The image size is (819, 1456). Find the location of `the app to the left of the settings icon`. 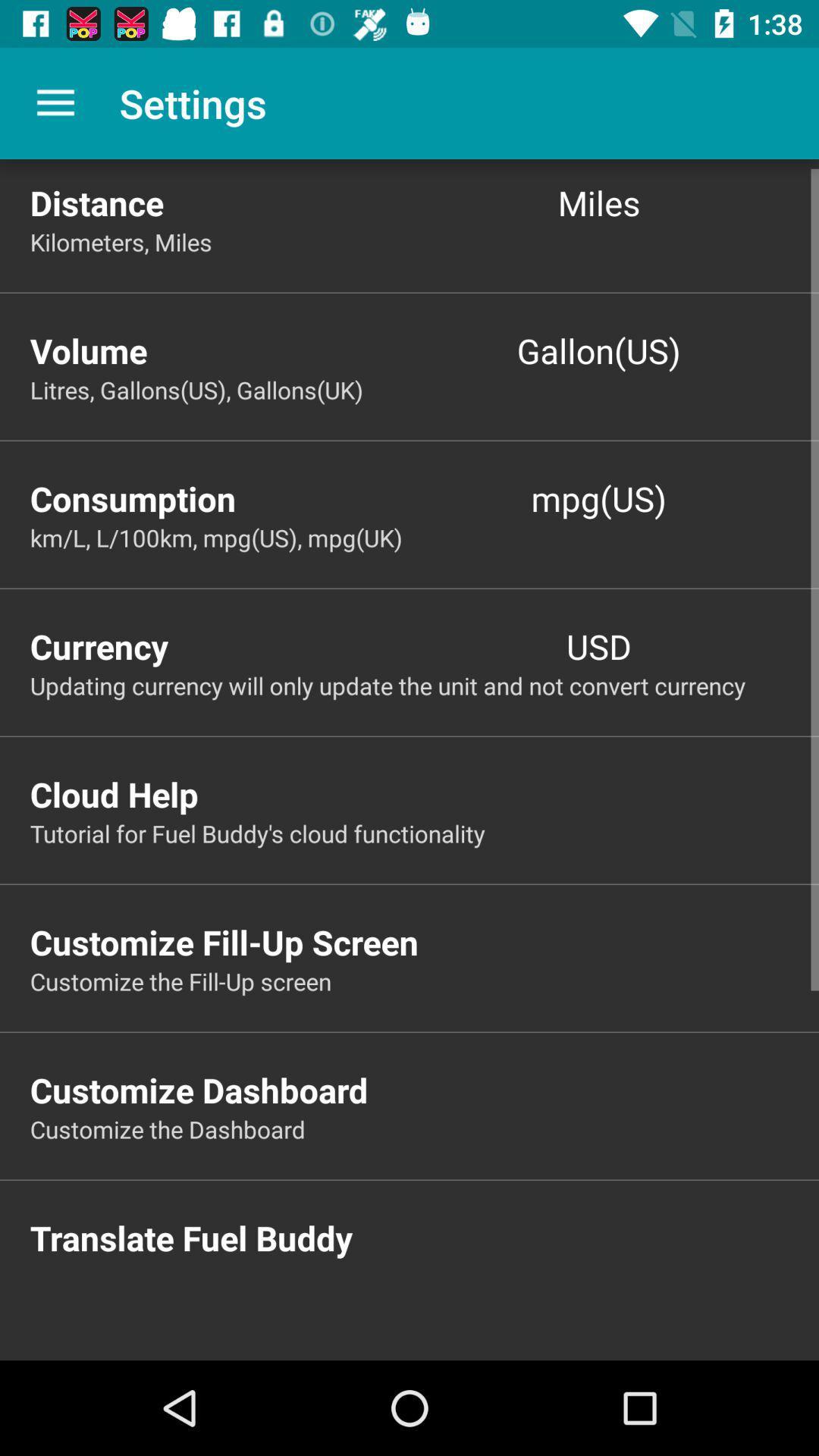

the app to the left of the settings icon is located at coordinates (55, 102).